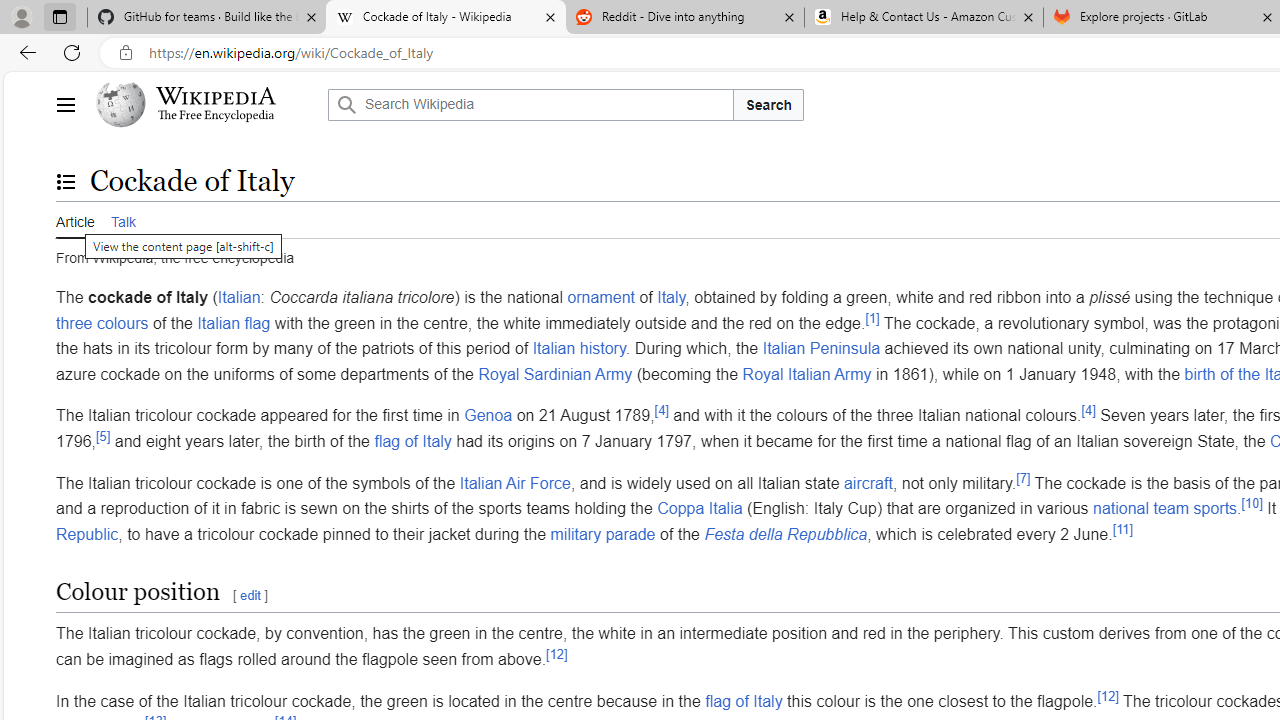  I want to click on 'Search Wikipedia', so click(531, 105).